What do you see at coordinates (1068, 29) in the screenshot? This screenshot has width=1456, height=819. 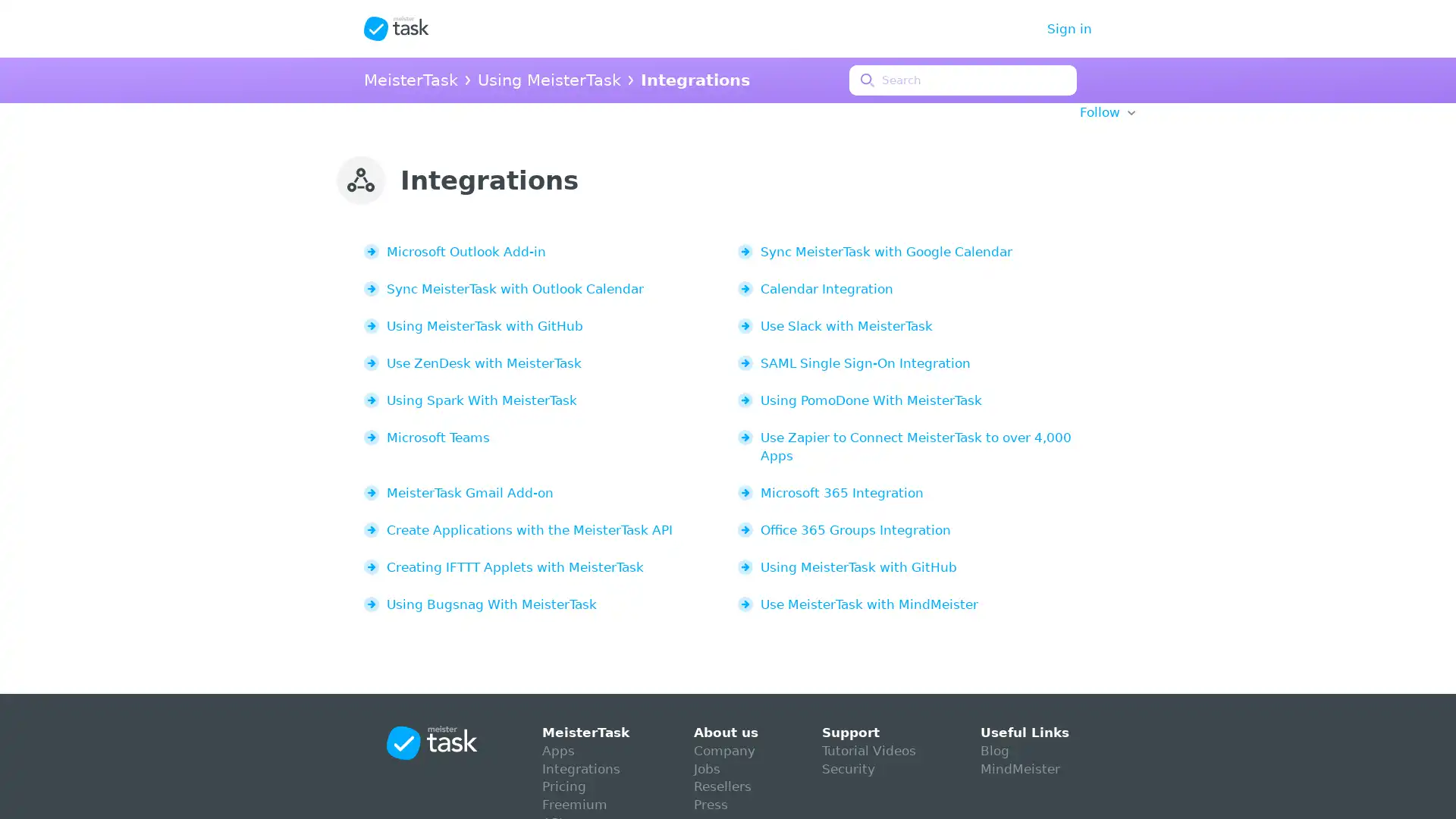 I see `Sign in` at bounding box center [1068, 29].